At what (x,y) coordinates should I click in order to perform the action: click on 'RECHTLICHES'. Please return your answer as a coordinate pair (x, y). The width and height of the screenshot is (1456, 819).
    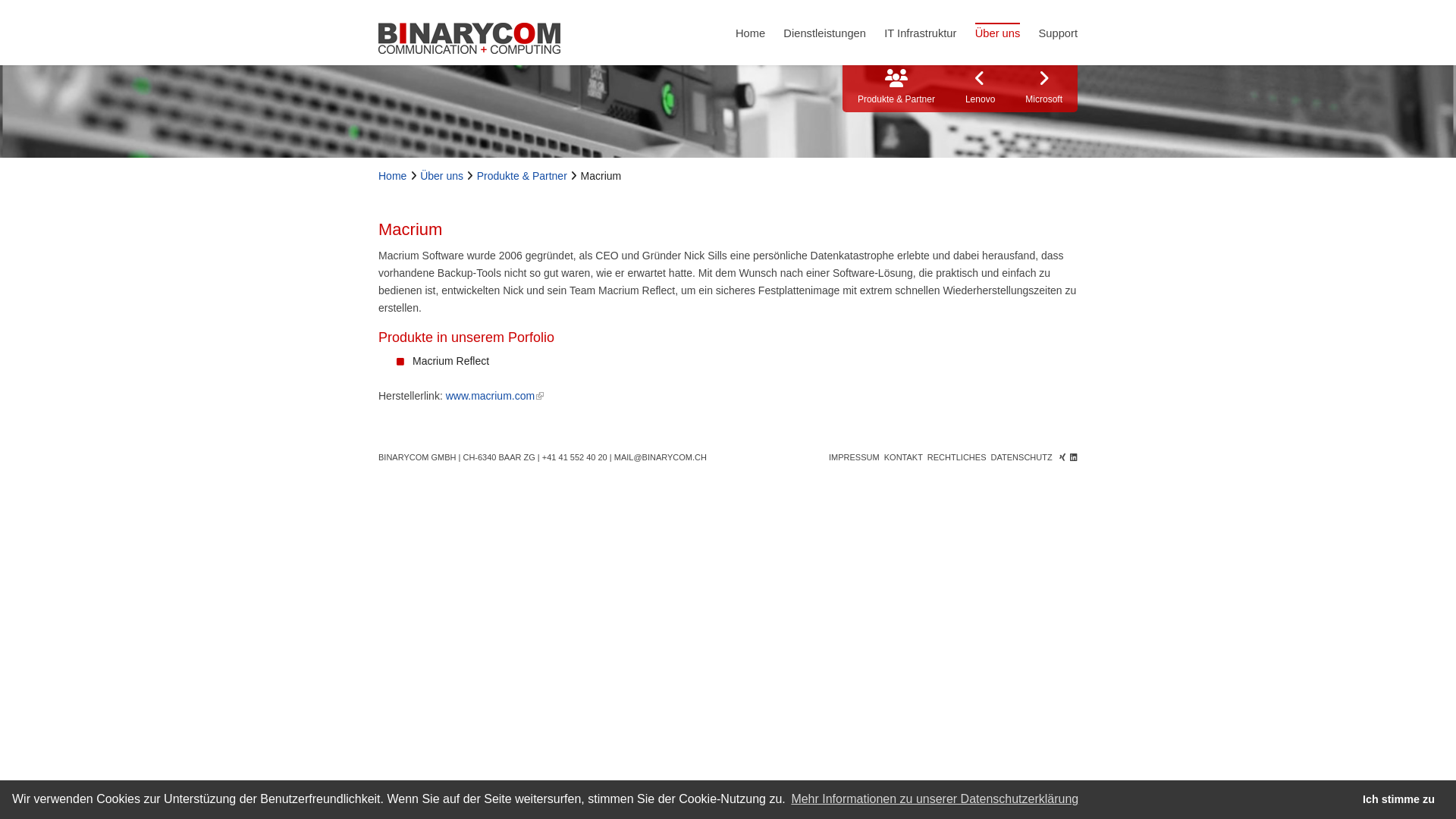
    Looking at the image, I should click on (956, 456).